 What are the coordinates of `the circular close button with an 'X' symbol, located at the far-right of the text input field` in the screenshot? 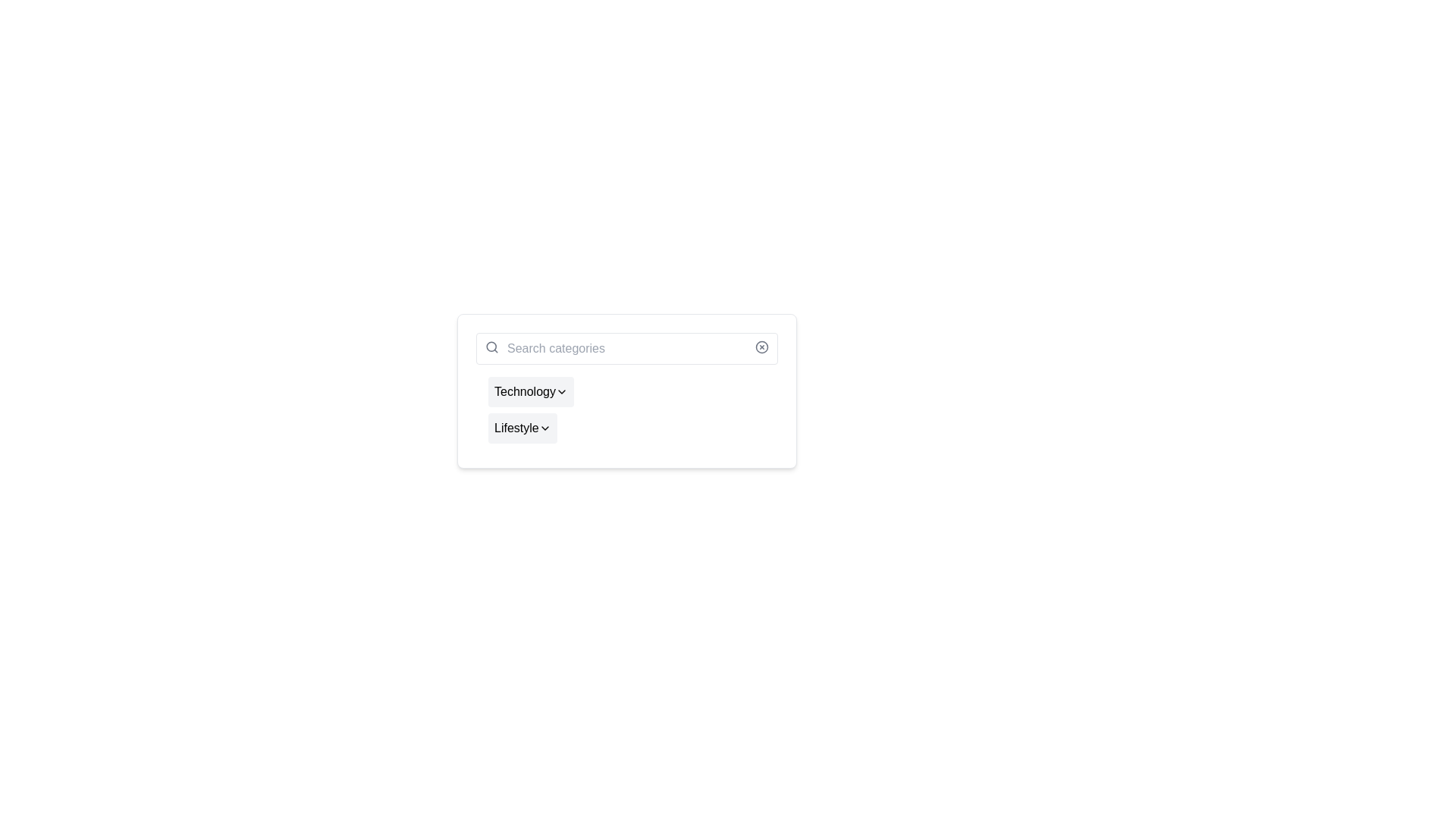 It's located at (761, 347).